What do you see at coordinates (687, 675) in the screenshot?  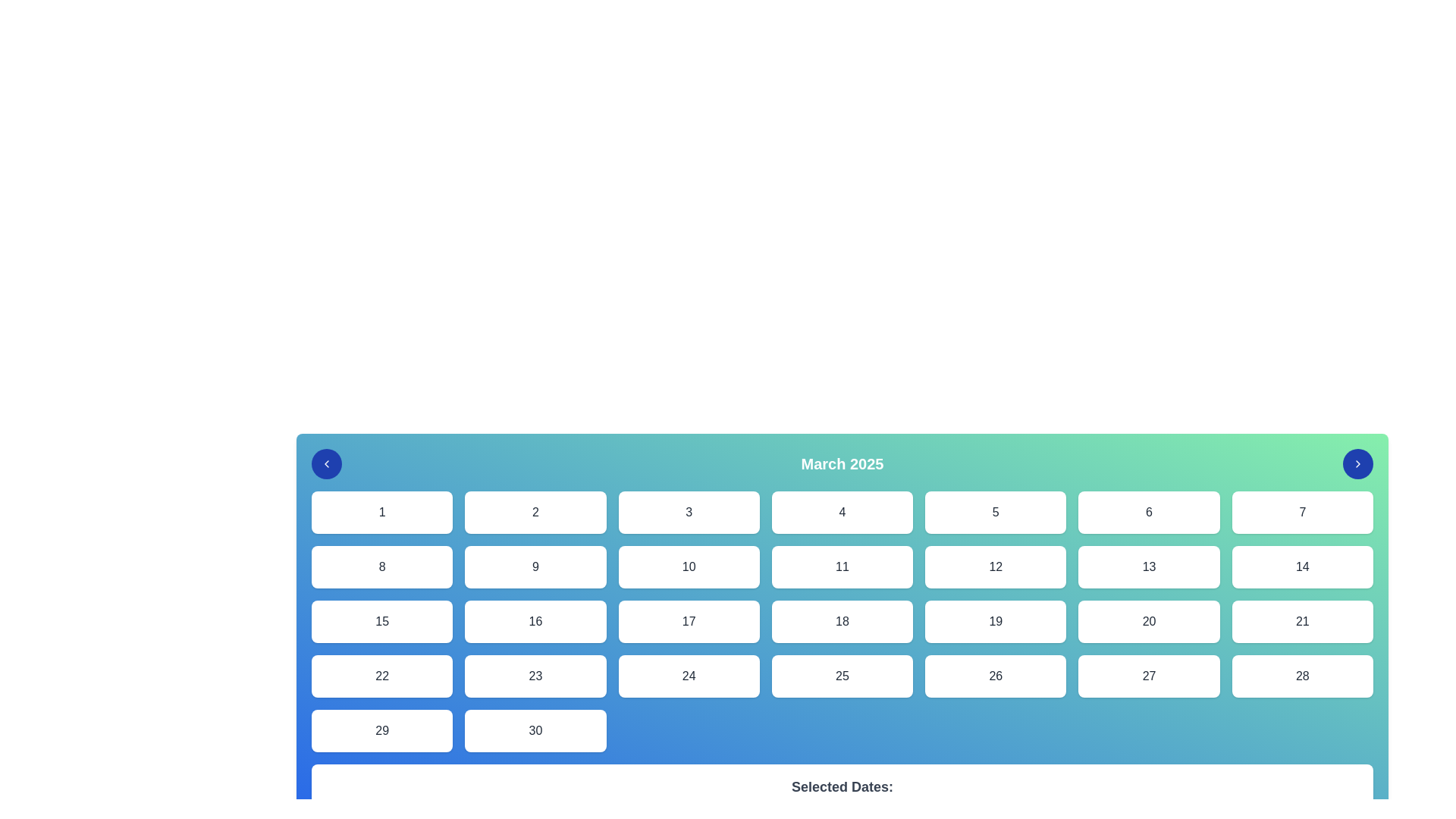 I see `the button representing the 24th date in the calendar interface` at bounding box center [687, 675].